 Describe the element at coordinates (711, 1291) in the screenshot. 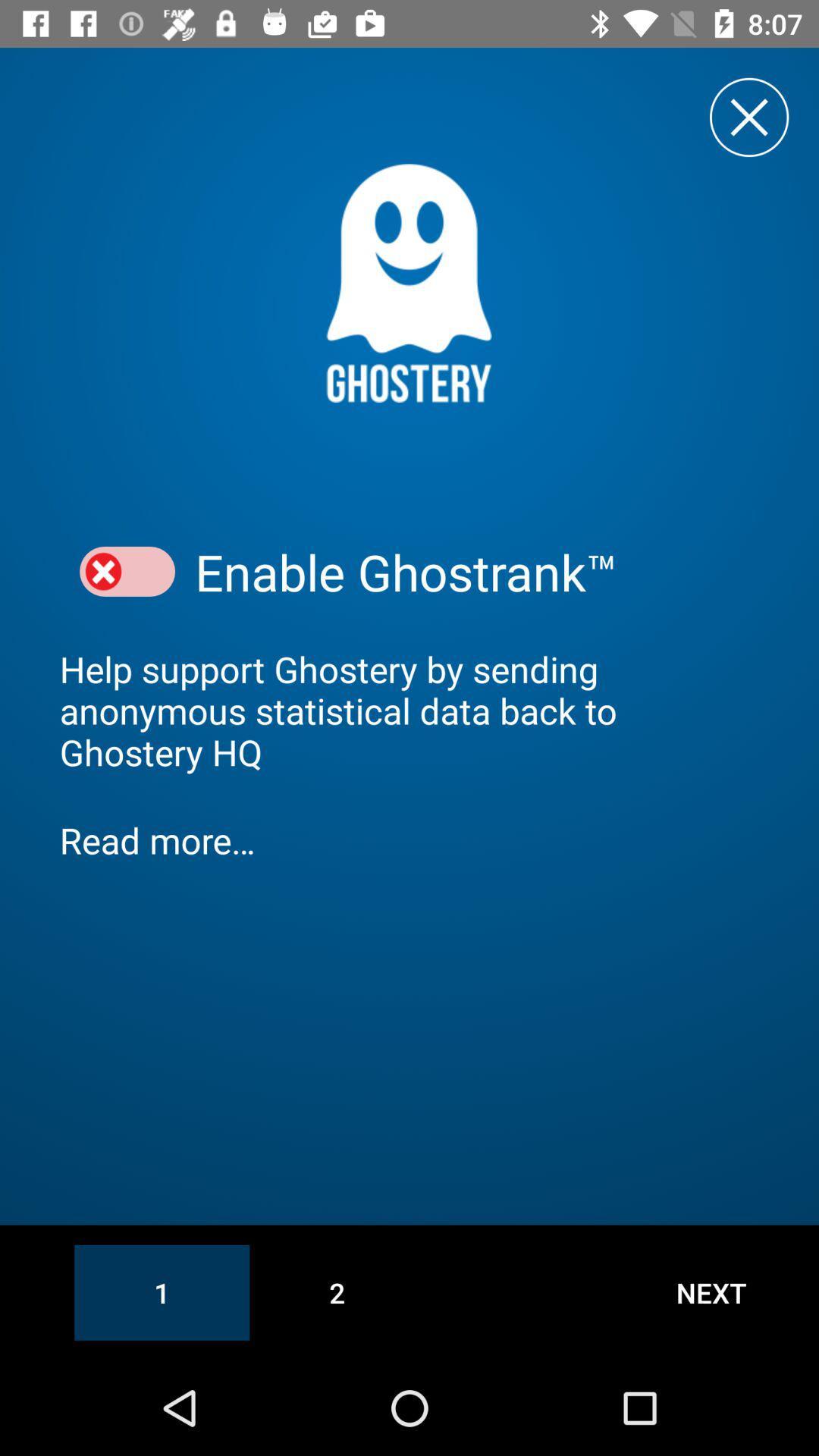

I see `the item at the bottom right corner` at that location.